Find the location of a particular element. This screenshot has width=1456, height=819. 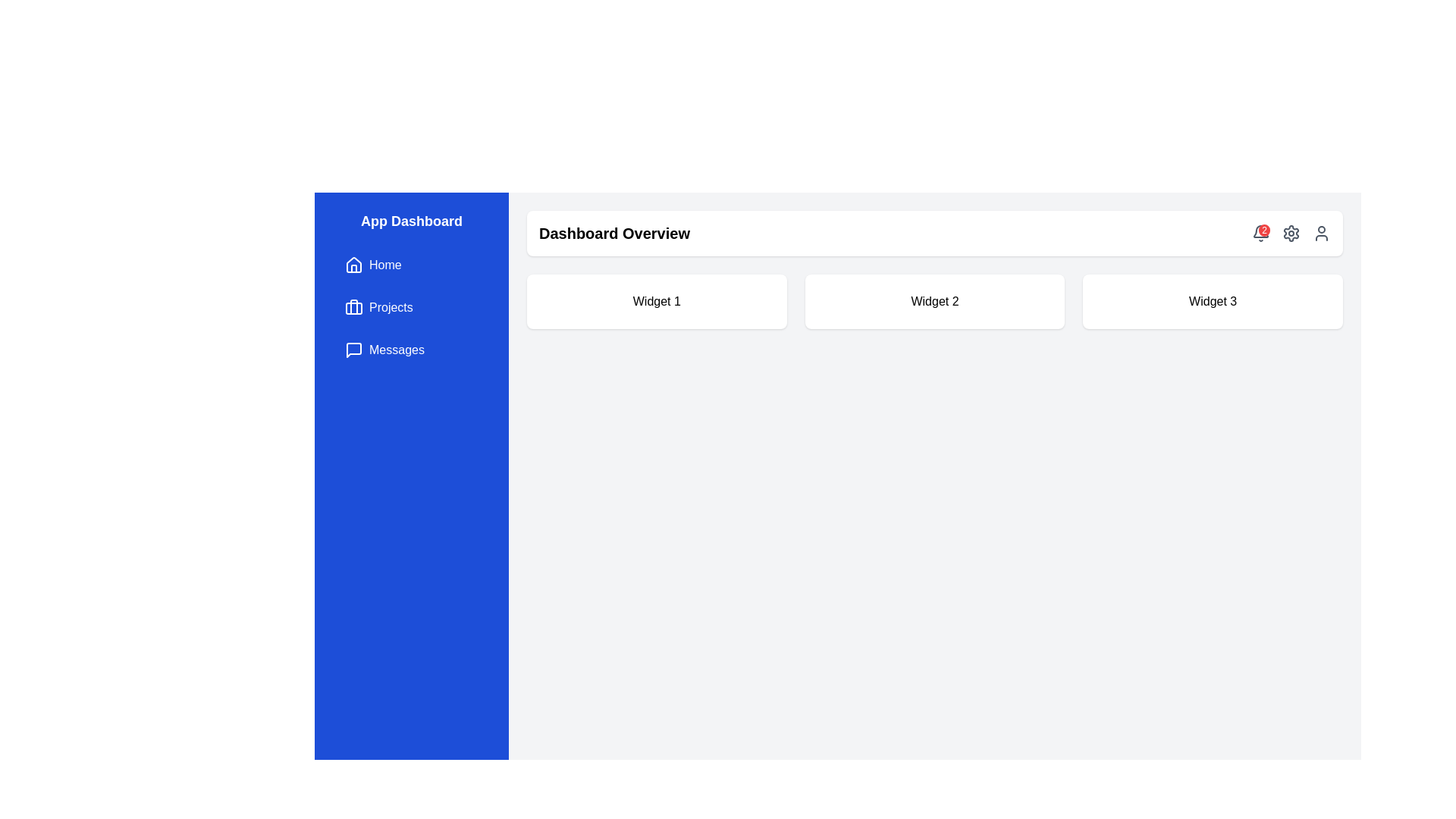

the 'Messages' navigation button located in the sidebar, which is the third item in a vertical list is located at coordinates (384, 350).